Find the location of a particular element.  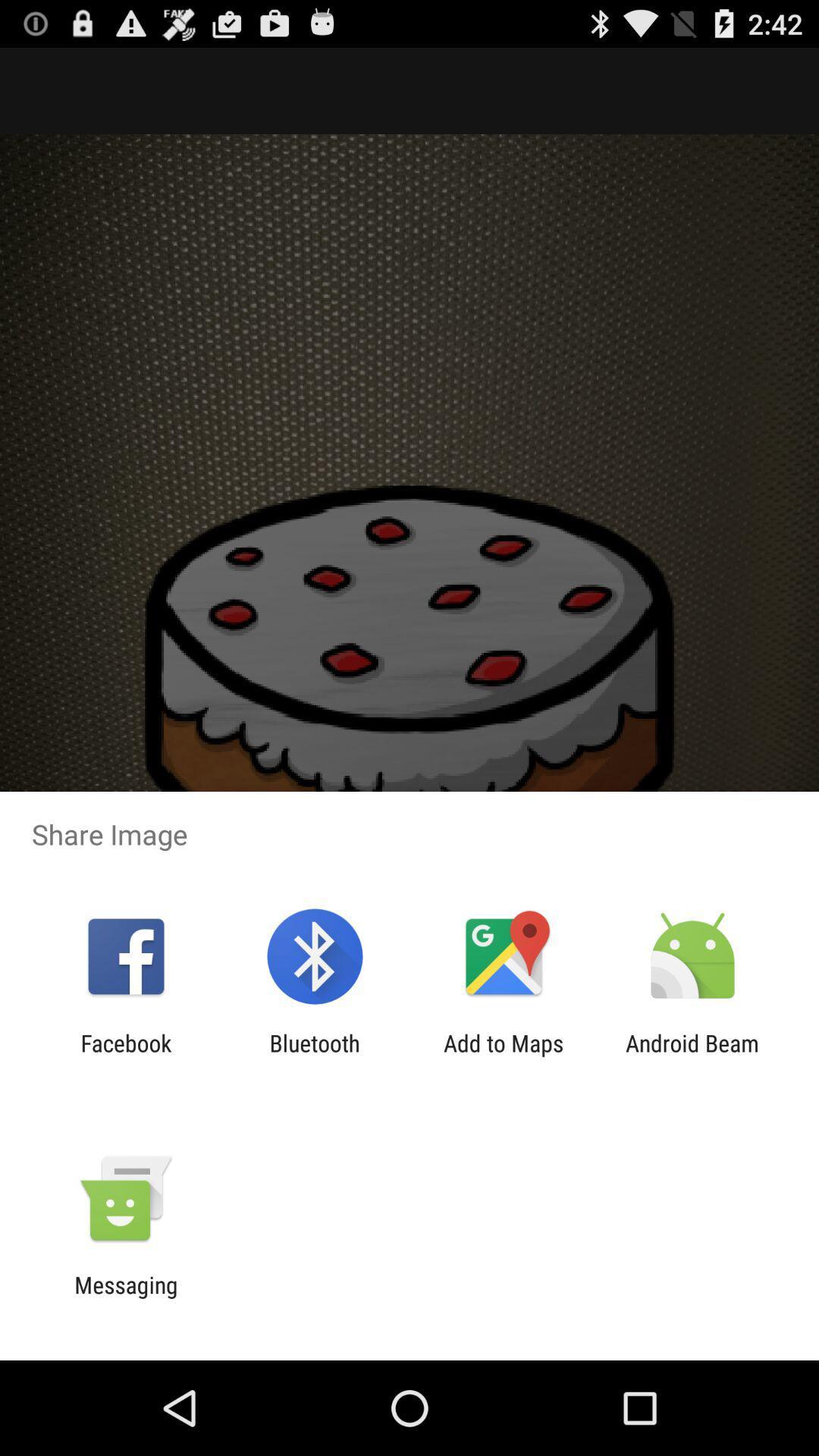

icon at the bottom right corner is located at coordinates (692, 1056).